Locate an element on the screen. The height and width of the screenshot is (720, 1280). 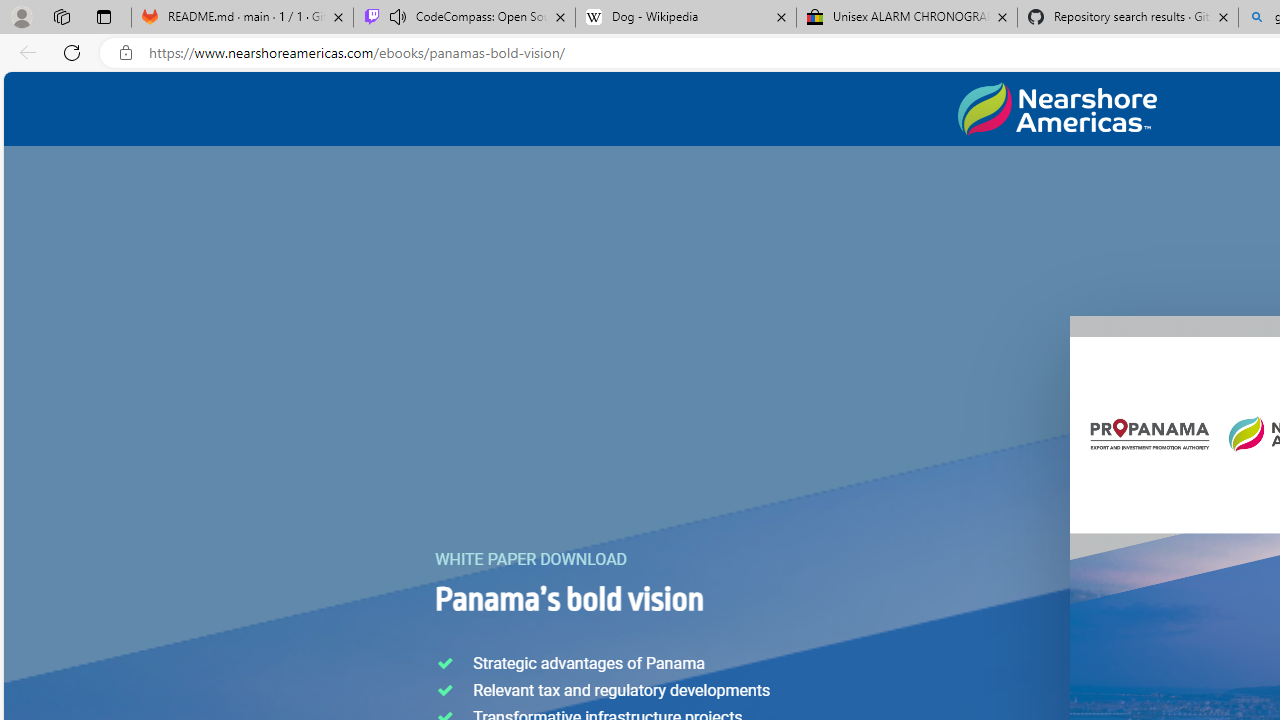
'Dog - Wikipedia' is located at coordinates (686, 17).